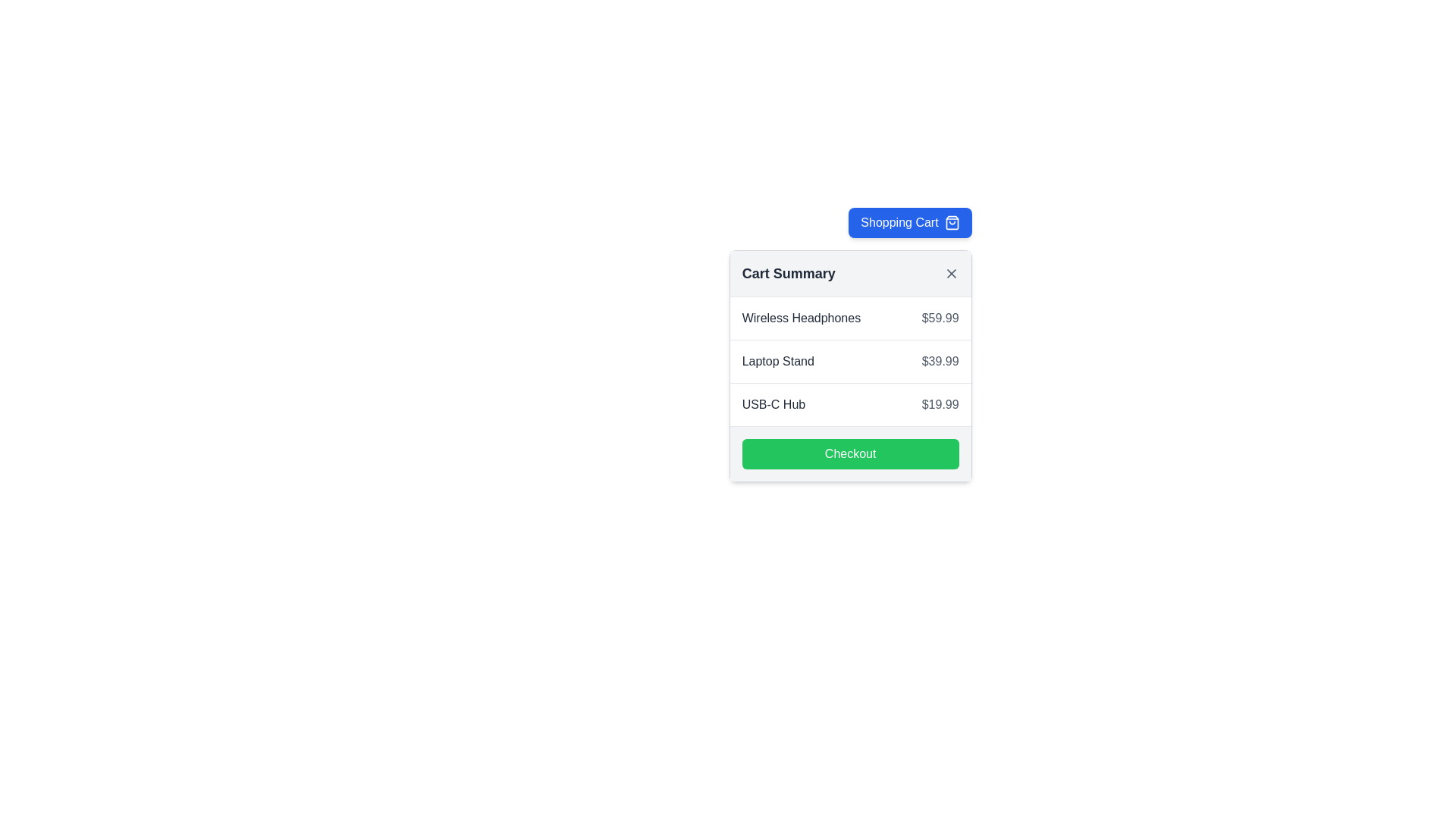  Describe the element at coordinates (850, 453) in the screenshot. I see `the checkout button located at the bottom of the 'Cart Summary' modal, which initiates the checkout process when clicked` at that location.